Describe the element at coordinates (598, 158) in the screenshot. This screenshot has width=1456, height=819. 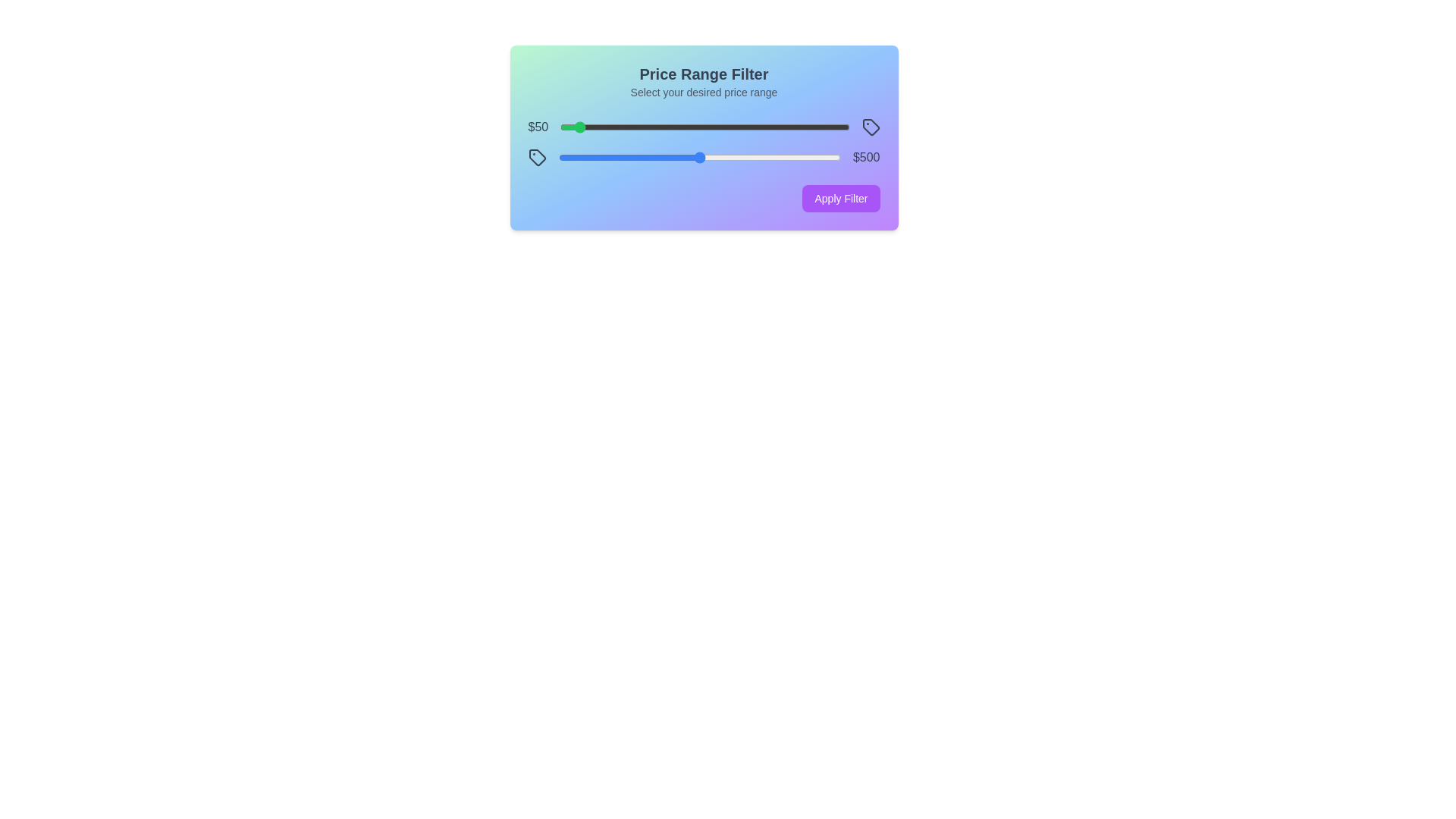
I see `the maximum price slider to 142` at that location.